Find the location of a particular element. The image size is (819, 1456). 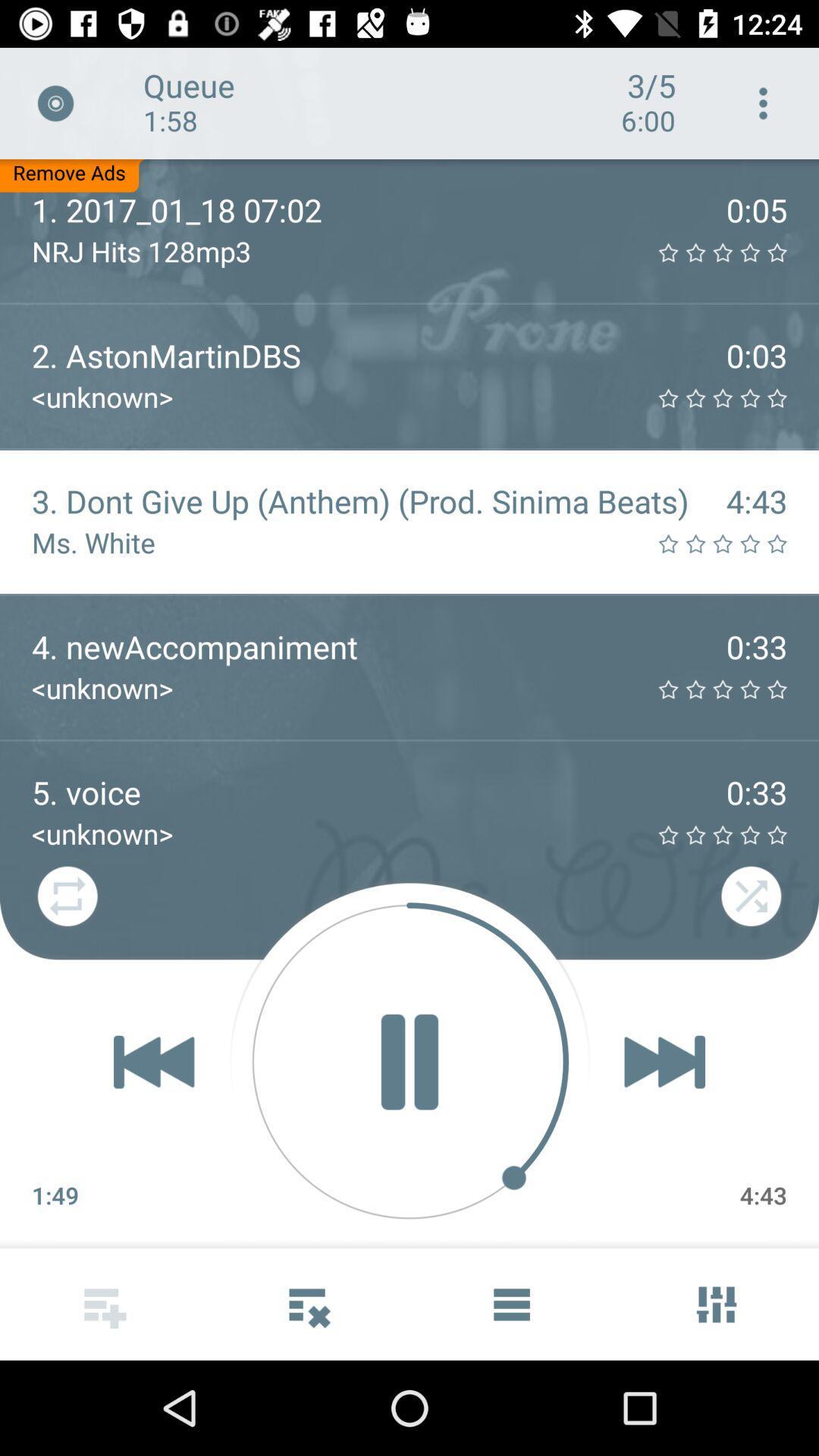

the more icon is located at coordinates (102, 1304).